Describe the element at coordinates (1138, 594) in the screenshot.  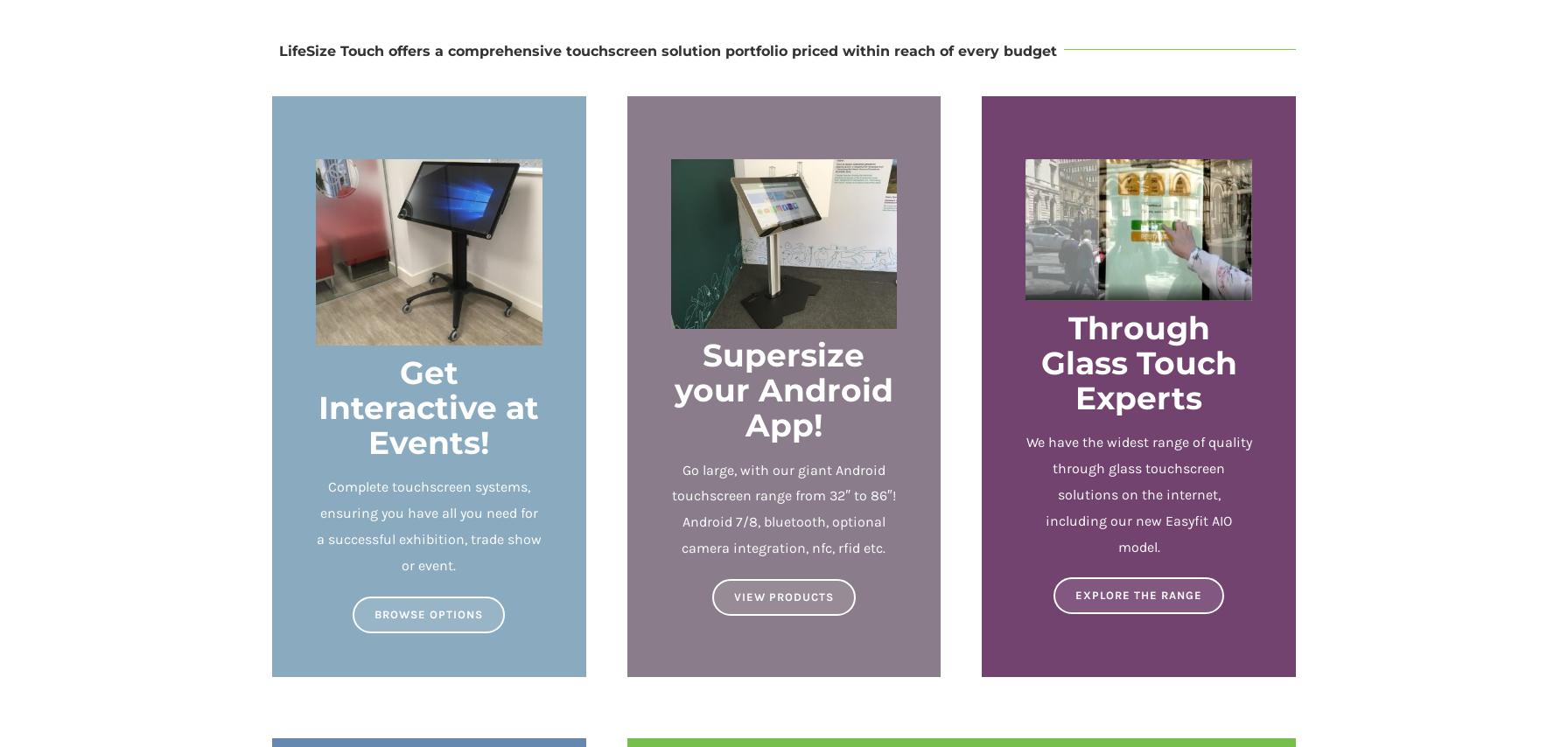
I see `'EXPLORE THE RANGE'` at that location.